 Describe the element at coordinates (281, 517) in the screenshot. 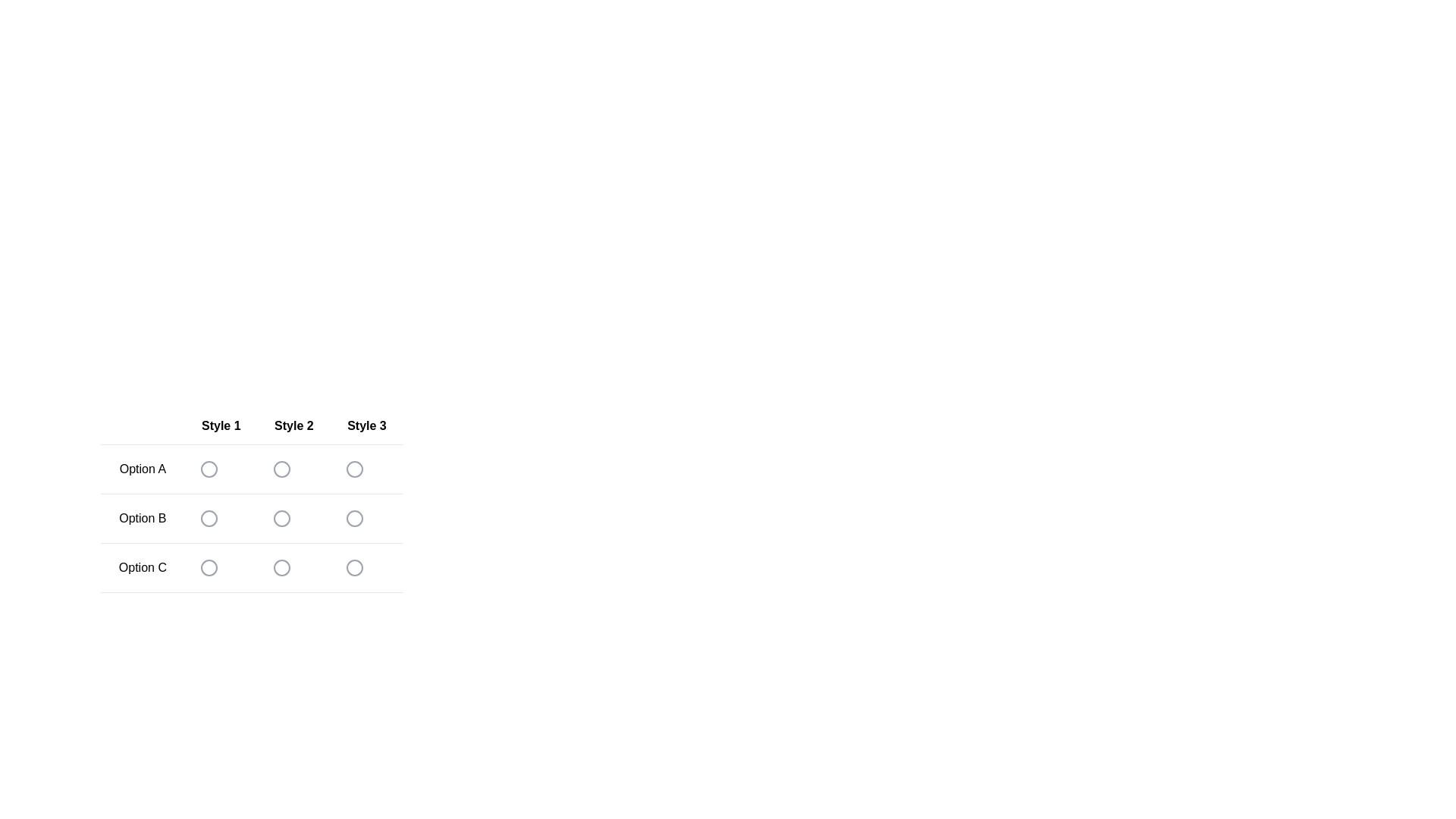

I see `the radio button for 'Option B' under 'Style 2'` at that location.